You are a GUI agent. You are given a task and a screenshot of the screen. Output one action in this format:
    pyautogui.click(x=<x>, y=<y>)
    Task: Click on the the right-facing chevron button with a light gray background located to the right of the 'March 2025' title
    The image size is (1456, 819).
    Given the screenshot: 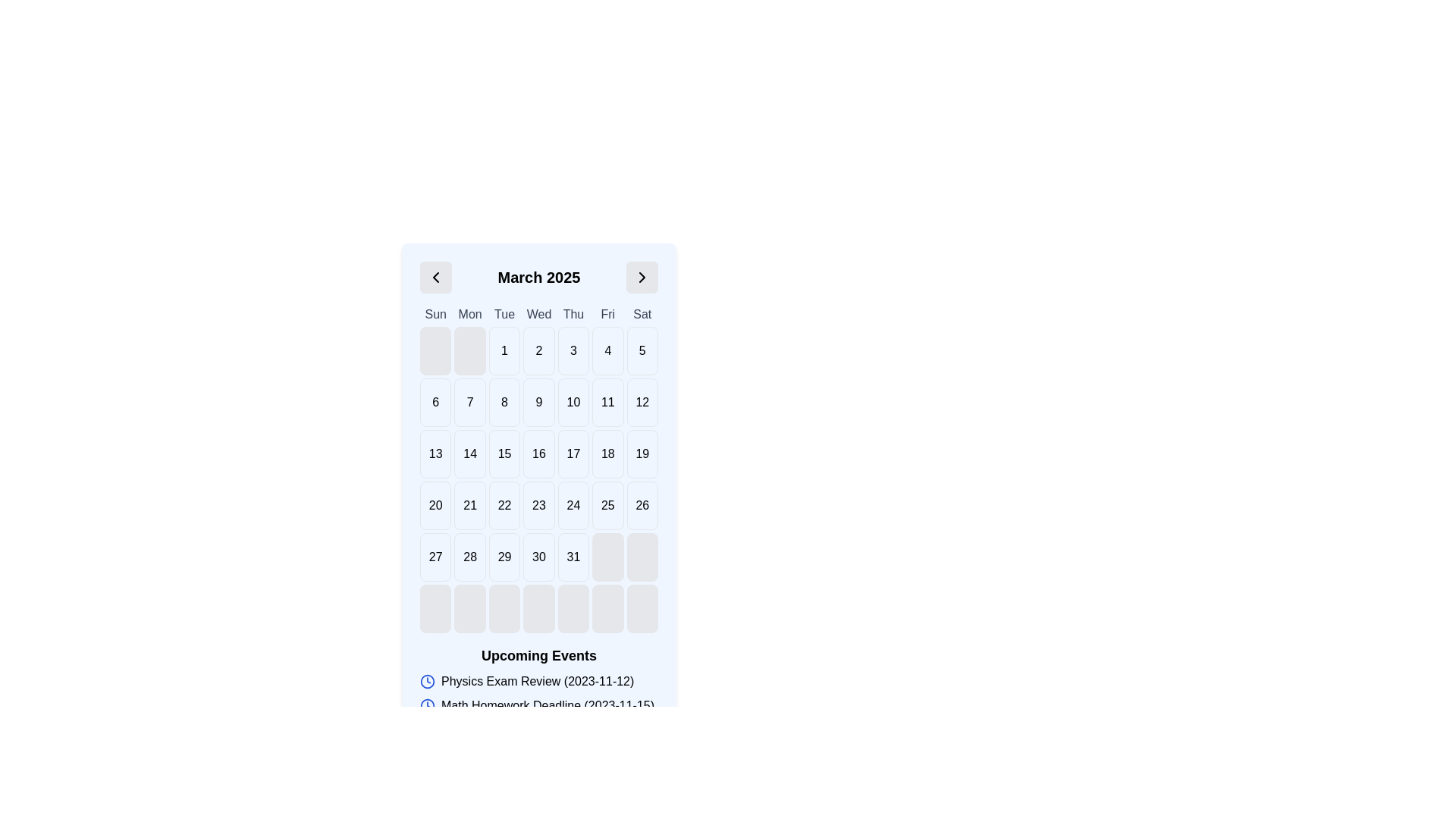 What is the action you would take?
    pyautogui.click(x=642, y=278)
    